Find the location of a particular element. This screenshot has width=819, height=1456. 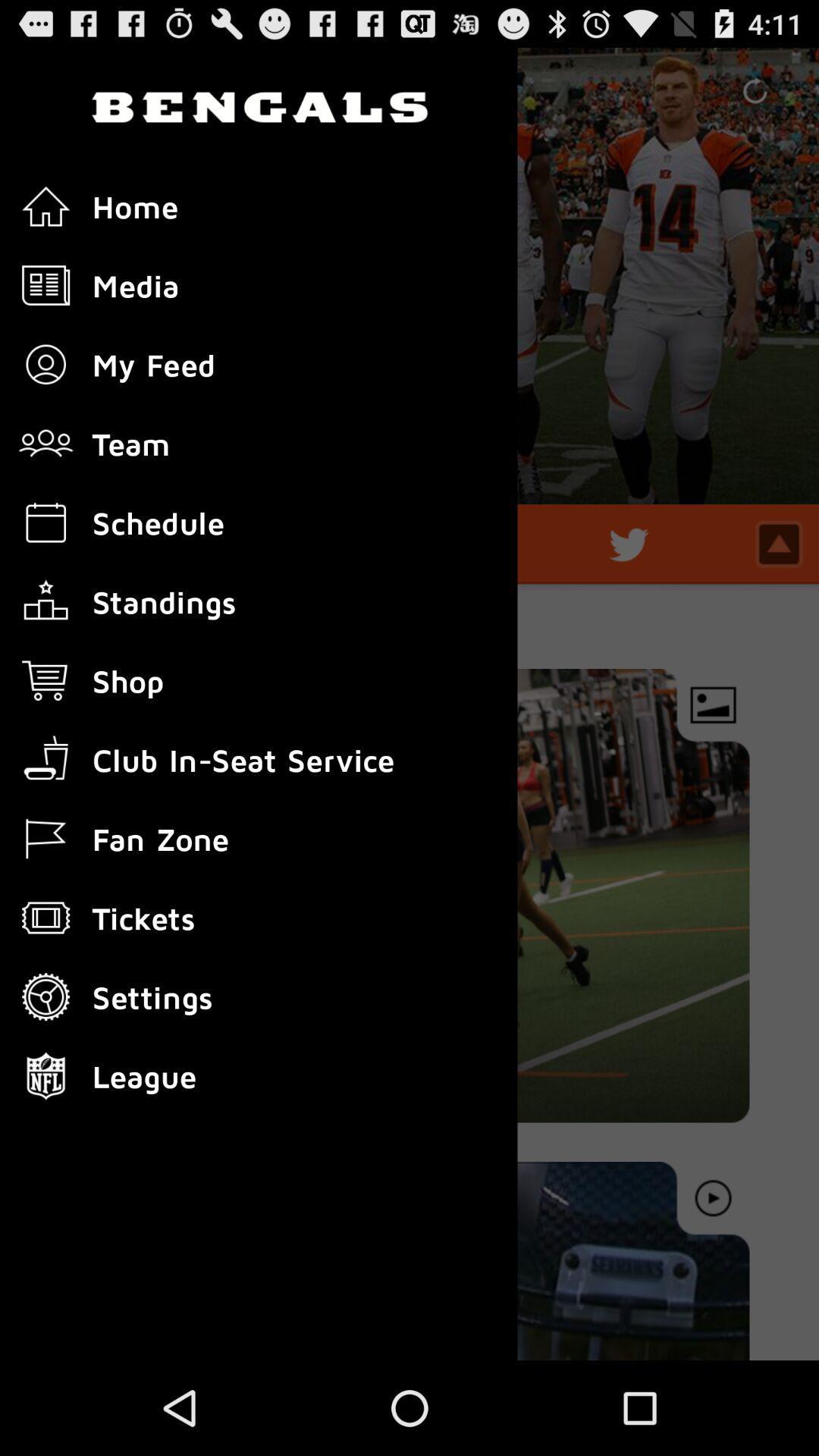

third option icon from bottom left corner is located at coordinates (45, 917).